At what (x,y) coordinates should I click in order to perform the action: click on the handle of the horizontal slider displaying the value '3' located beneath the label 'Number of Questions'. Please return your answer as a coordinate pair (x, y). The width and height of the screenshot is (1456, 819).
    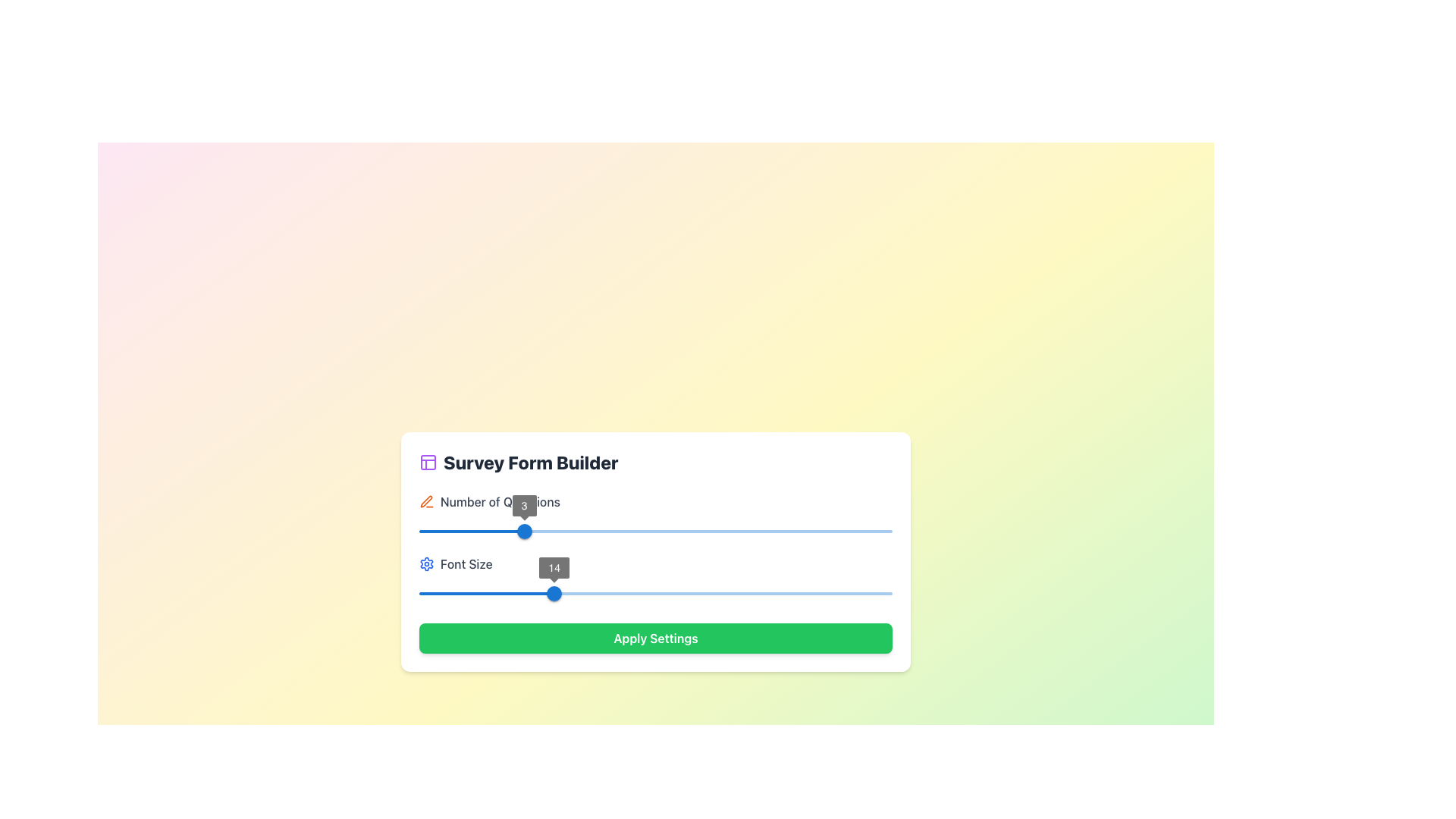
    Looking at the image, I should click on (655, 531).